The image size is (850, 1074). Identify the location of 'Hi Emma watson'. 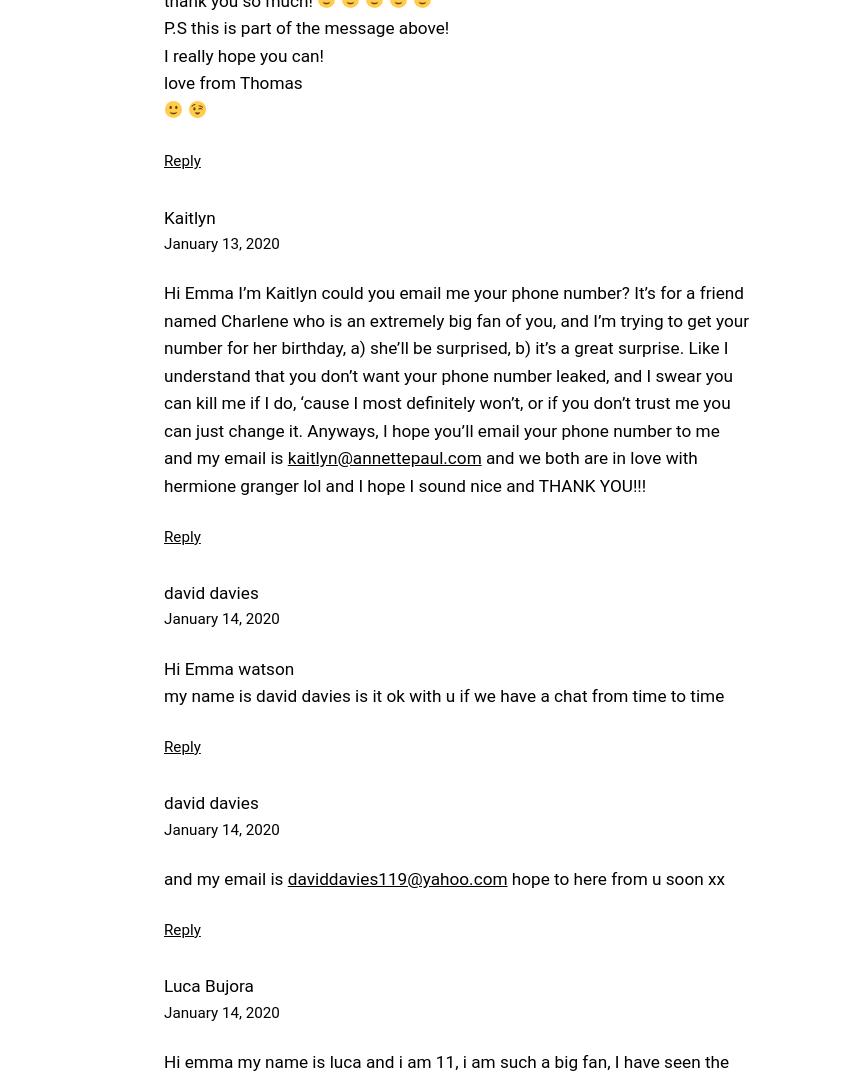
(163, 667).